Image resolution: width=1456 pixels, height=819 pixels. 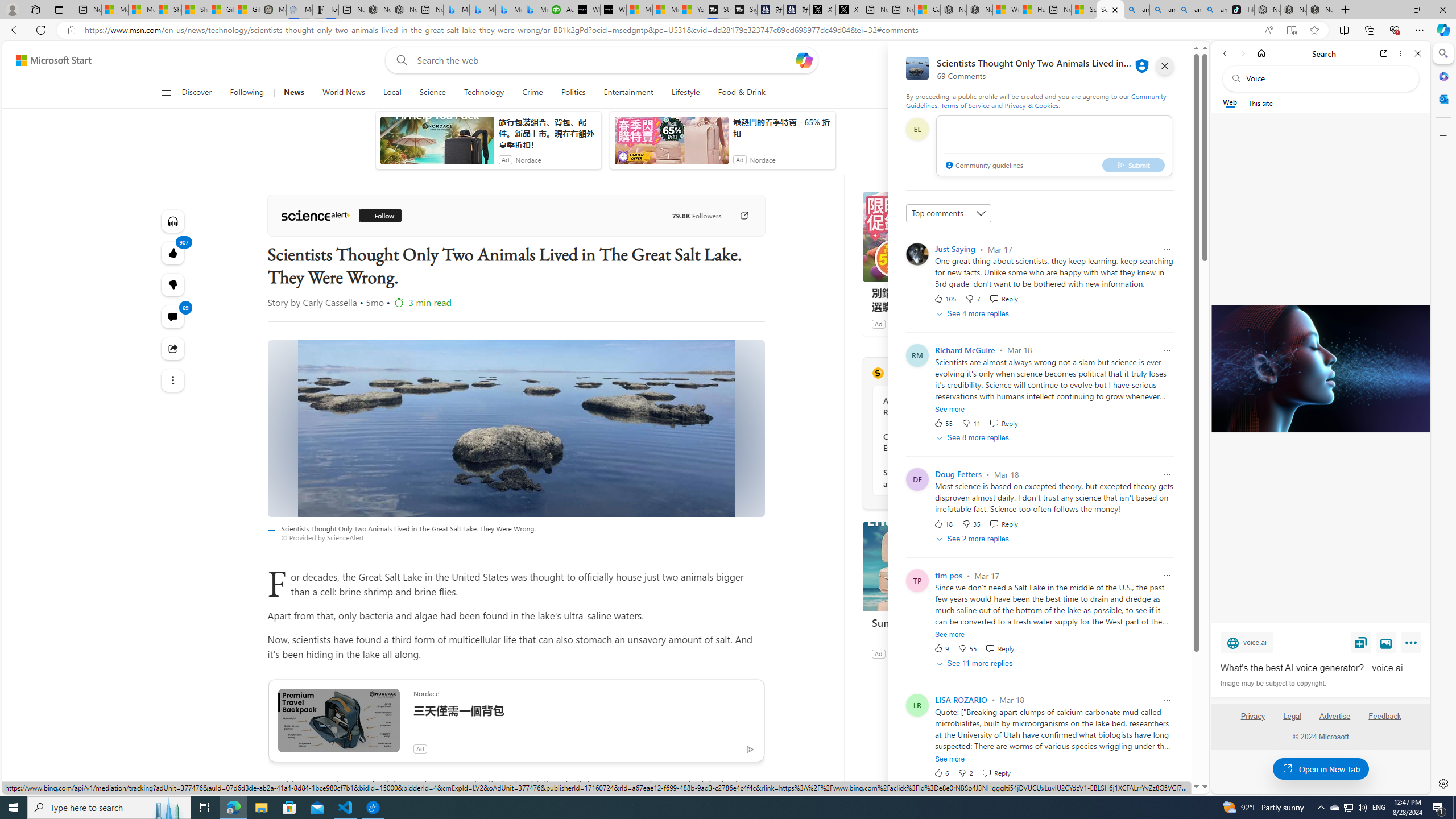 I want to click on 'Privacy & Cookies', so click(x=1031, y=105).